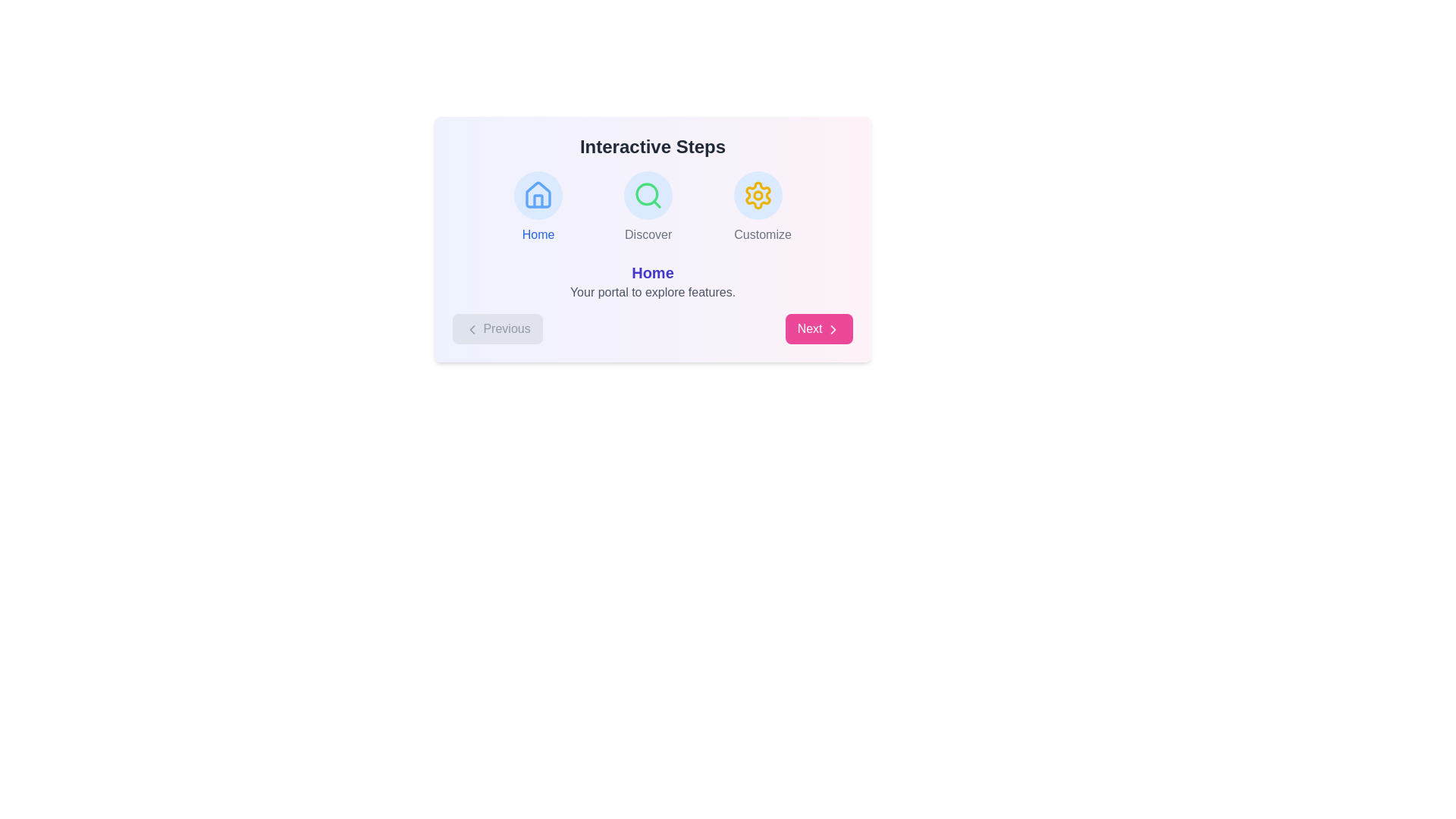 The image size is (1456, 819). What do you see at coordinates (648, 195) in the screenshot?
I see `the visual design of the 'Discover' icon, which is centrally positioned between the 'Home' and 'Customize' icons in the card interface` at bounding box center [648, 195].